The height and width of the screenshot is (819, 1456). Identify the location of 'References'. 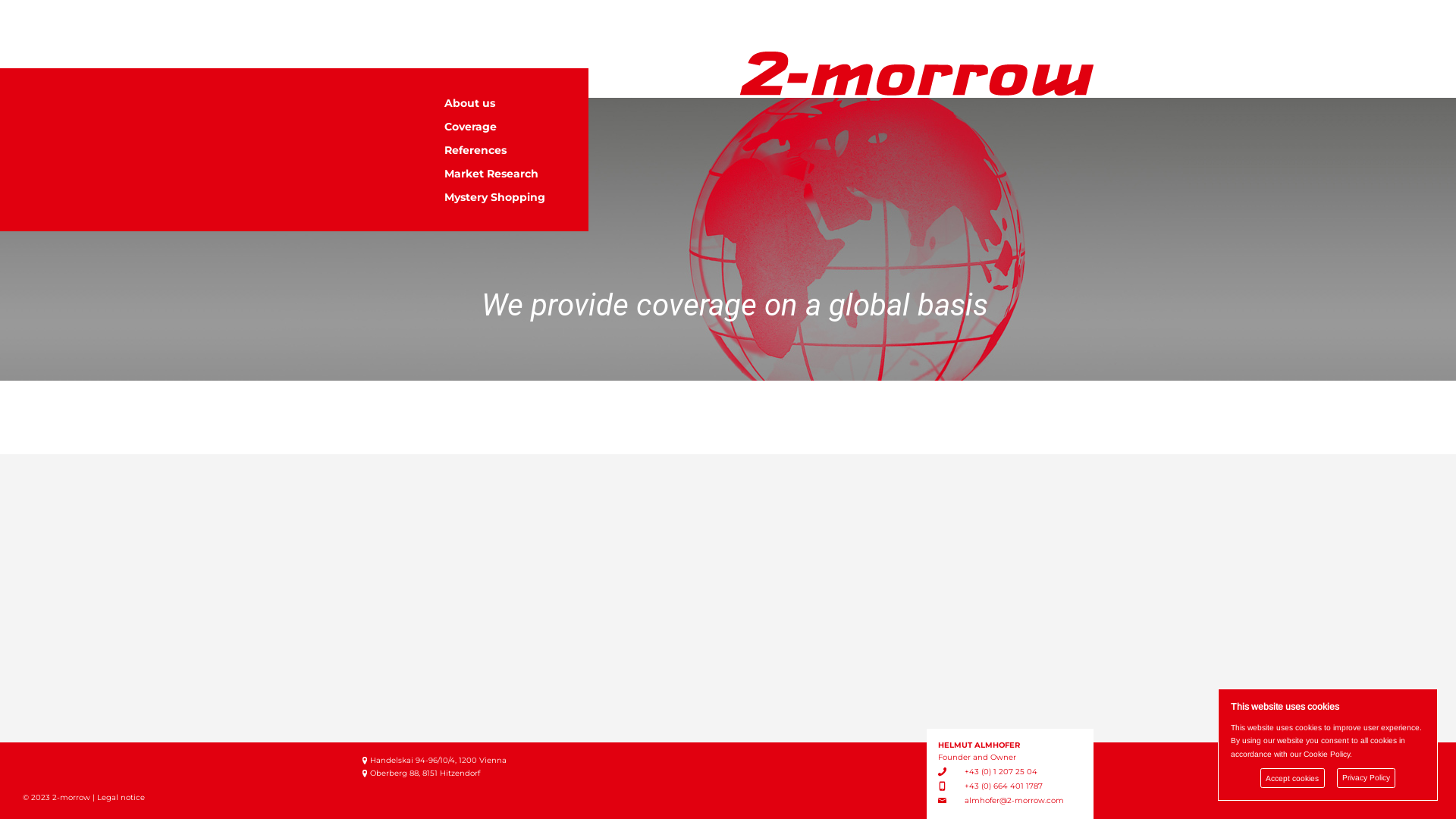
(505, 149).